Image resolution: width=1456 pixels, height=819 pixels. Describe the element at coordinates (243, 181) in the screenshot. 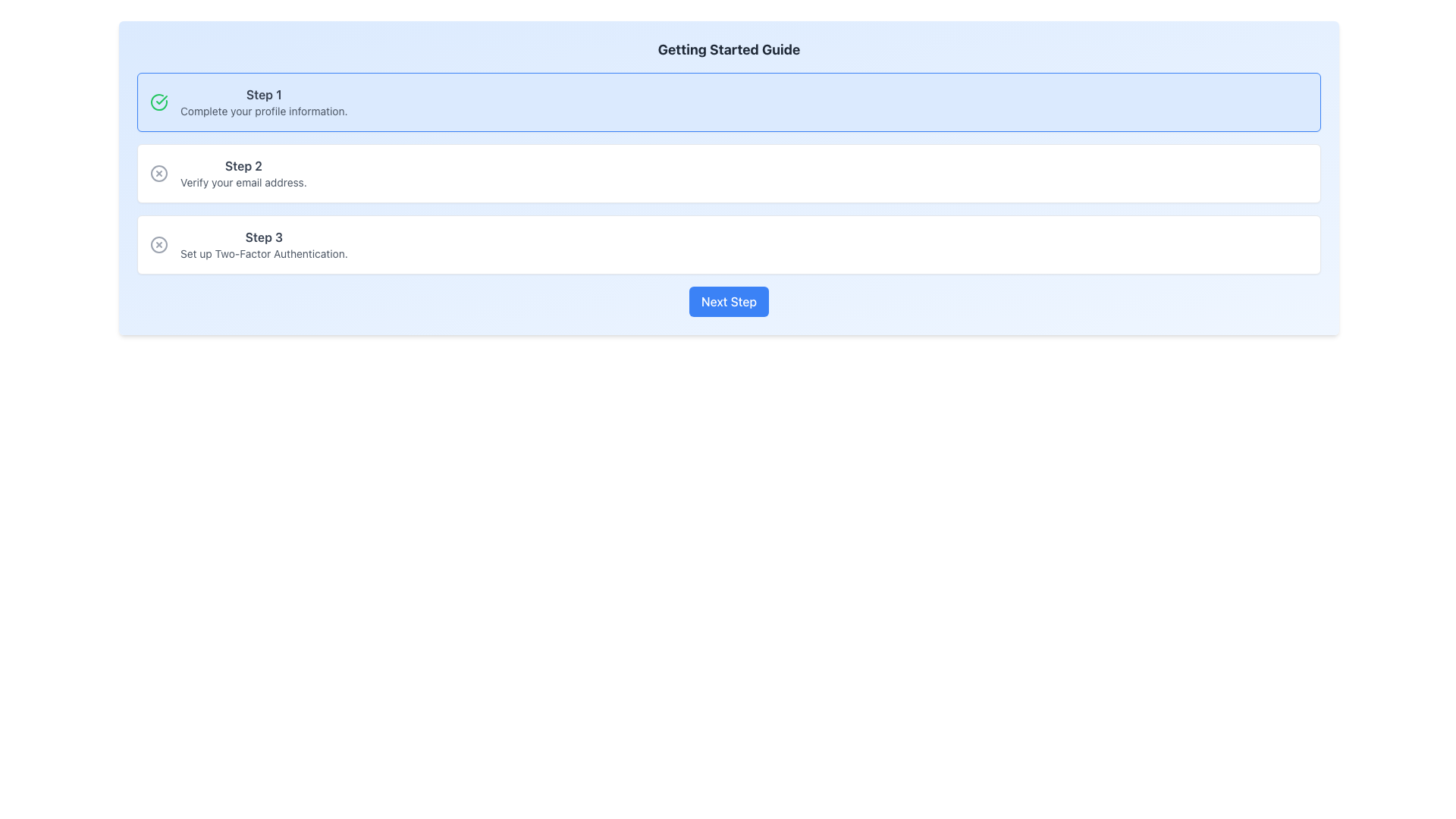

I see `the text label providing instructions related to Step 2, located directly below the 'Step 2' text and aligned with it in the interface` at that location.